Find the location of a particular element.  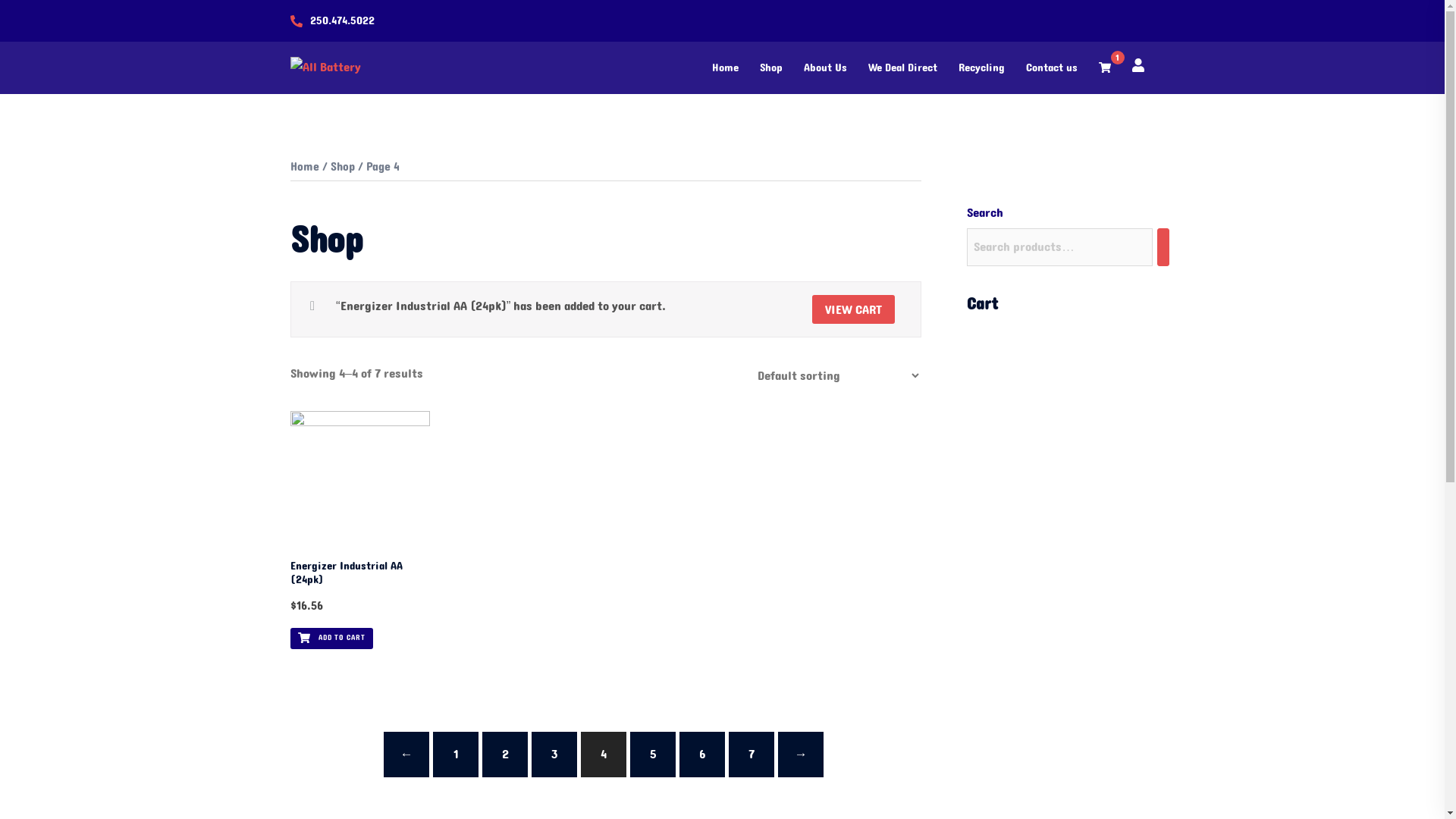

'250.474.5022' is located at coordinates (340, 20).